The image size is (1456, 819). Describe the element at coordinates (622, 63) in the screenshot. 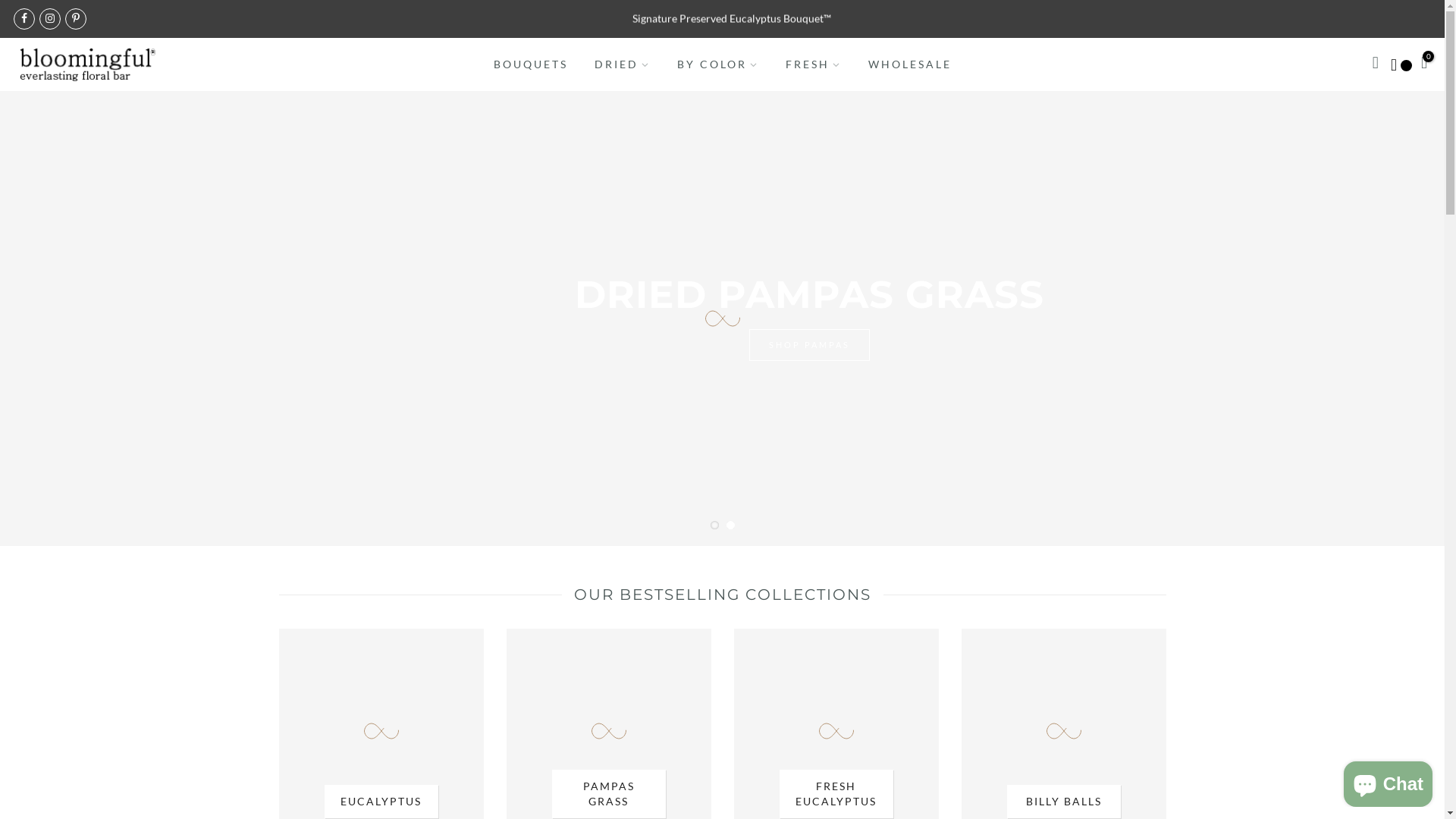

I see `'DRIED'` at that location.